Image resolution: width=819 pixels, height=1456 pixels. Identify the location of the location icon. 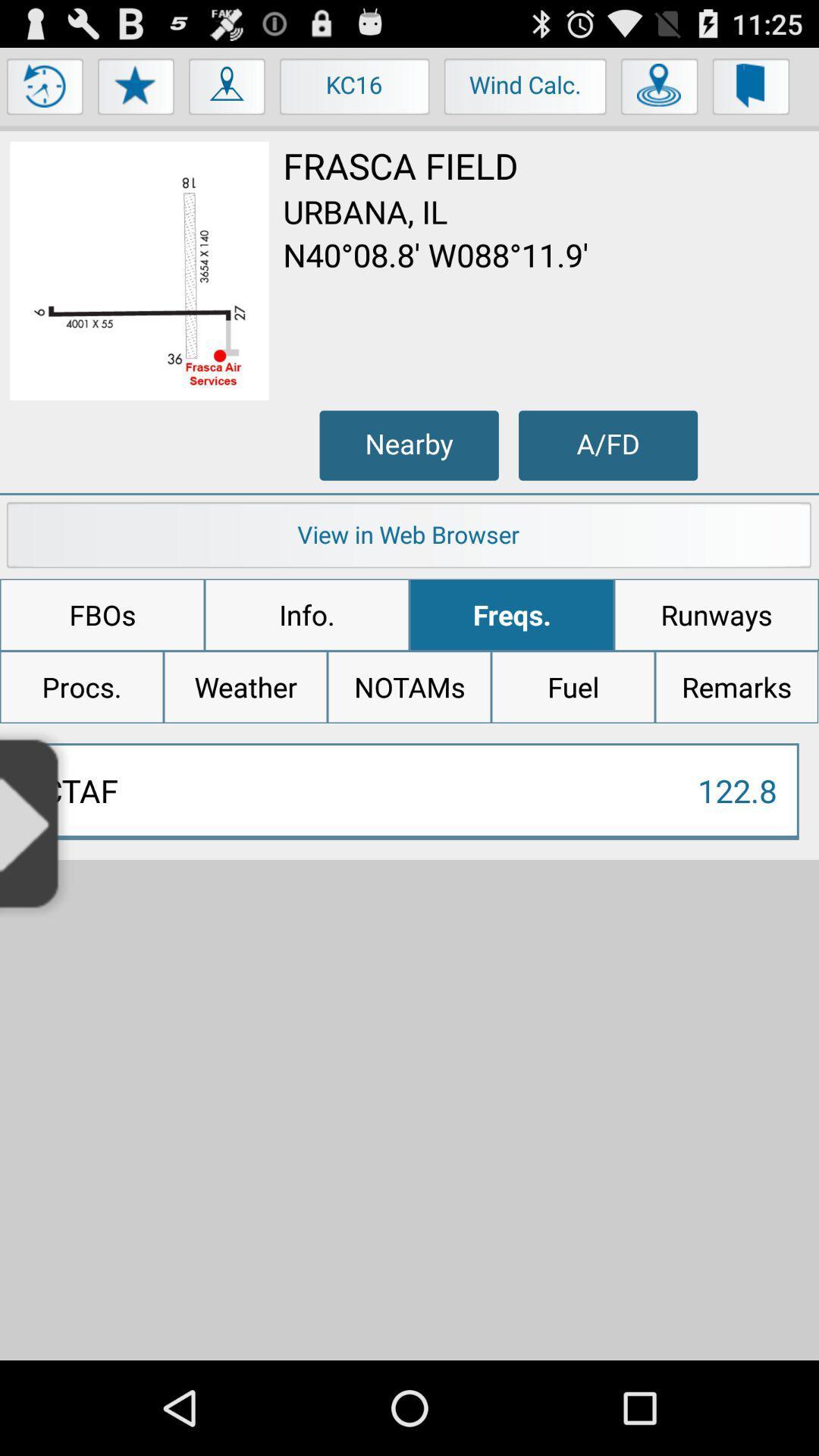
(227, 96).